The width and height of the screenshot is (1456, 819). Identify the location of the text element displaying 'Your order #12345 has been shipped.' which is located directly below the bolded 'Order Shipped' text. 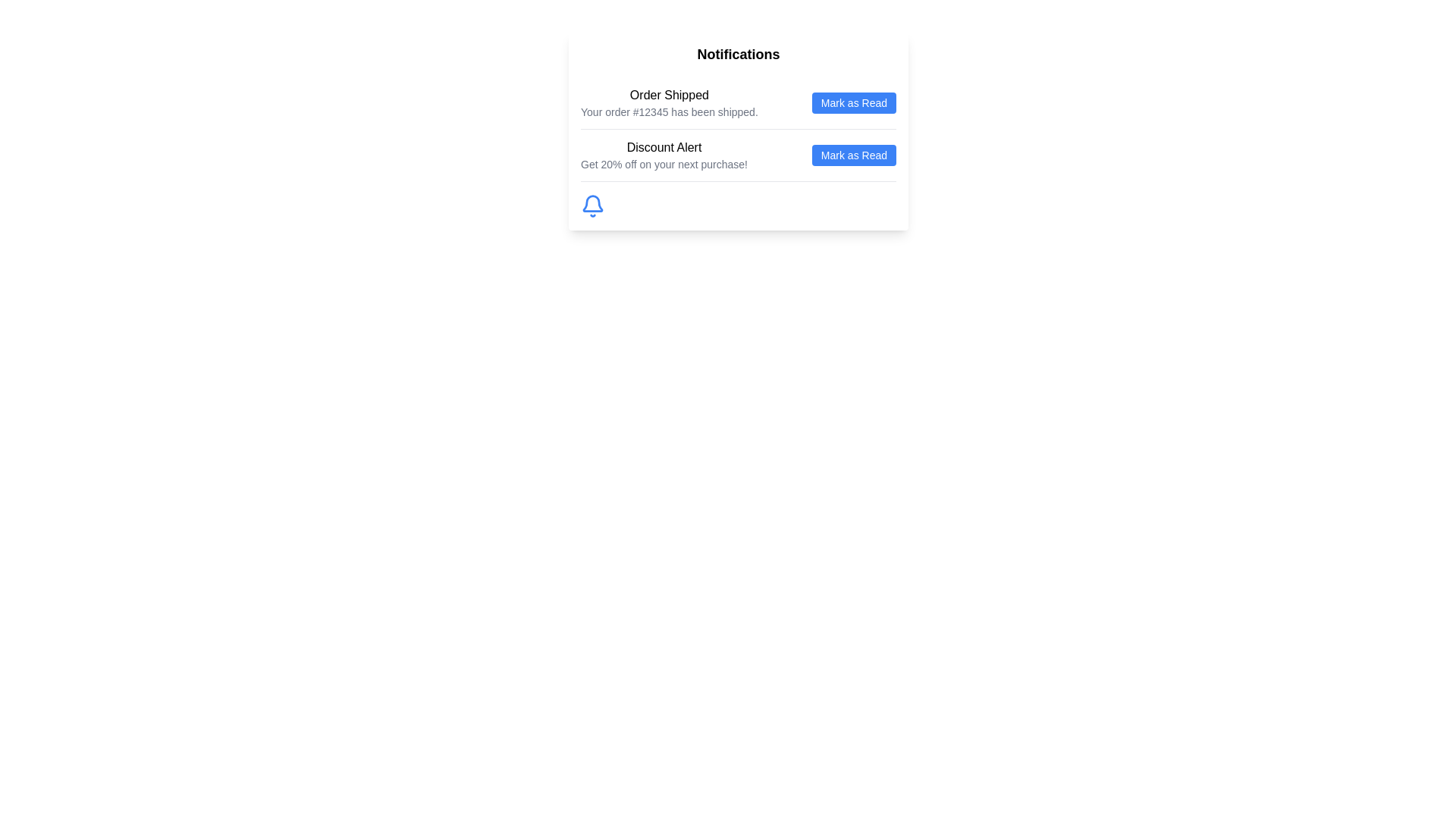
(668, 111).